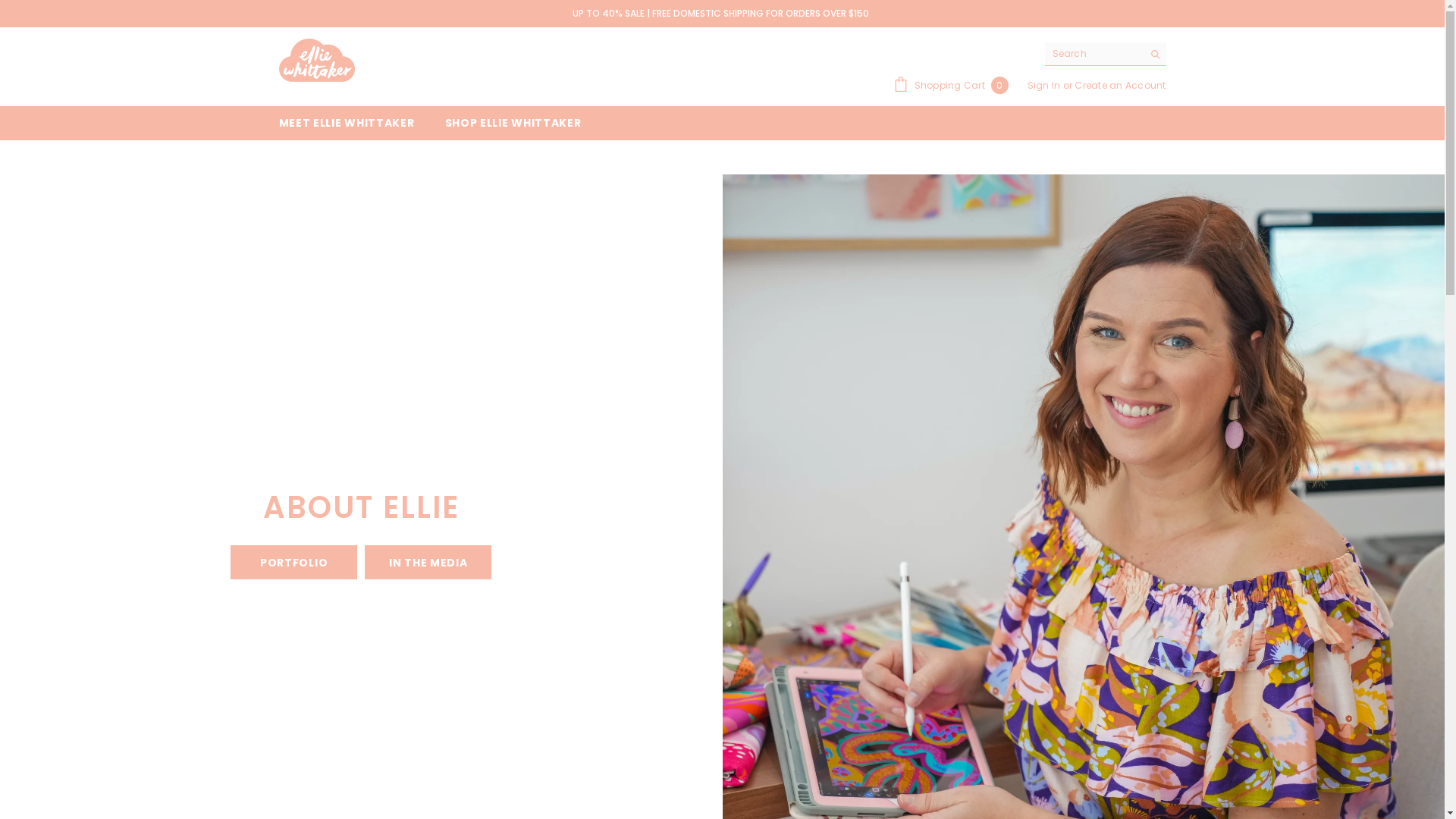 This screenshot has width=1456, height=819. I want to click on 'Create an Account', so click(1073, 85).